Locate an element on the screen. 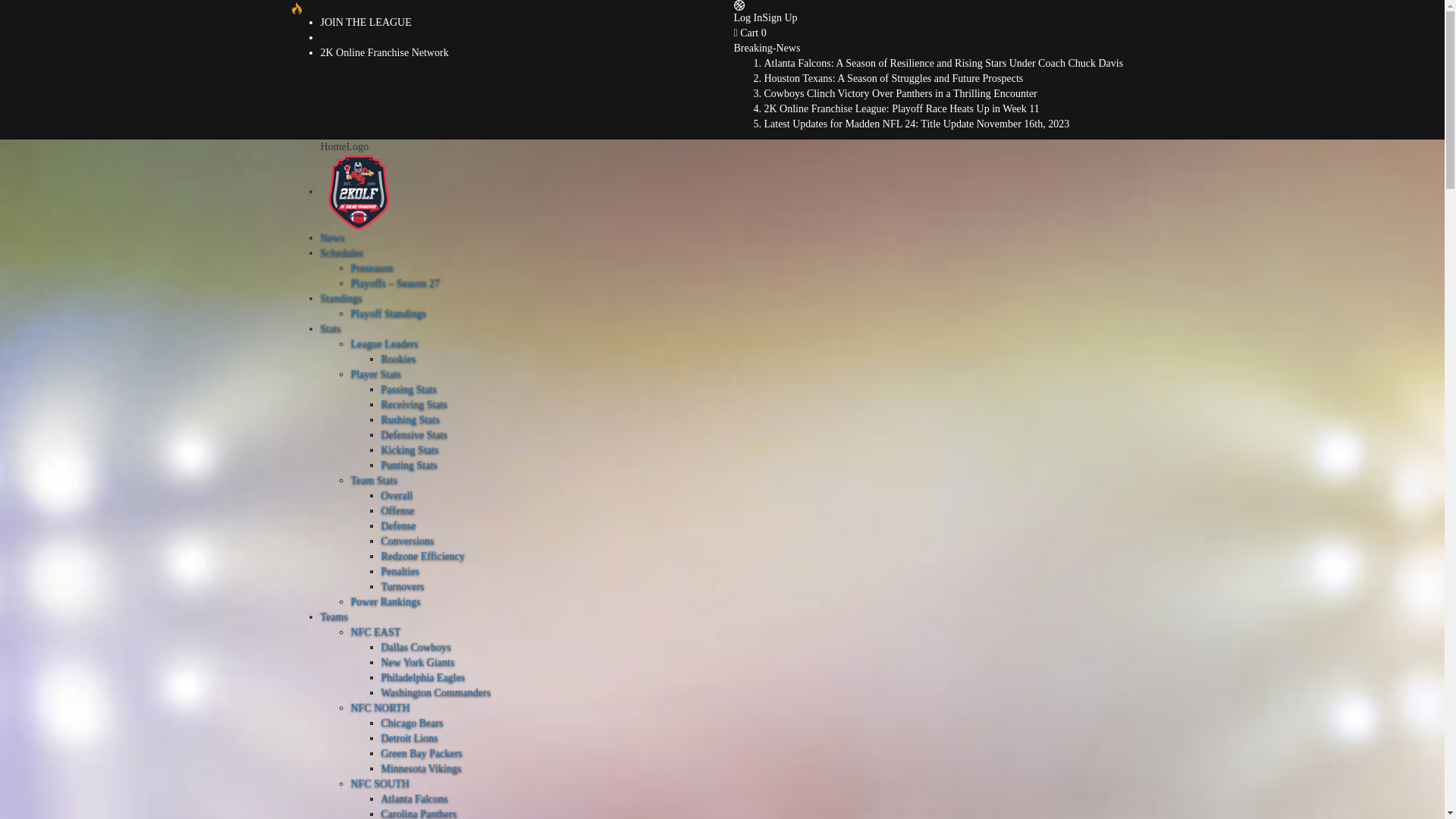  'NFC NORTH' is located at coordinates (379, 708).